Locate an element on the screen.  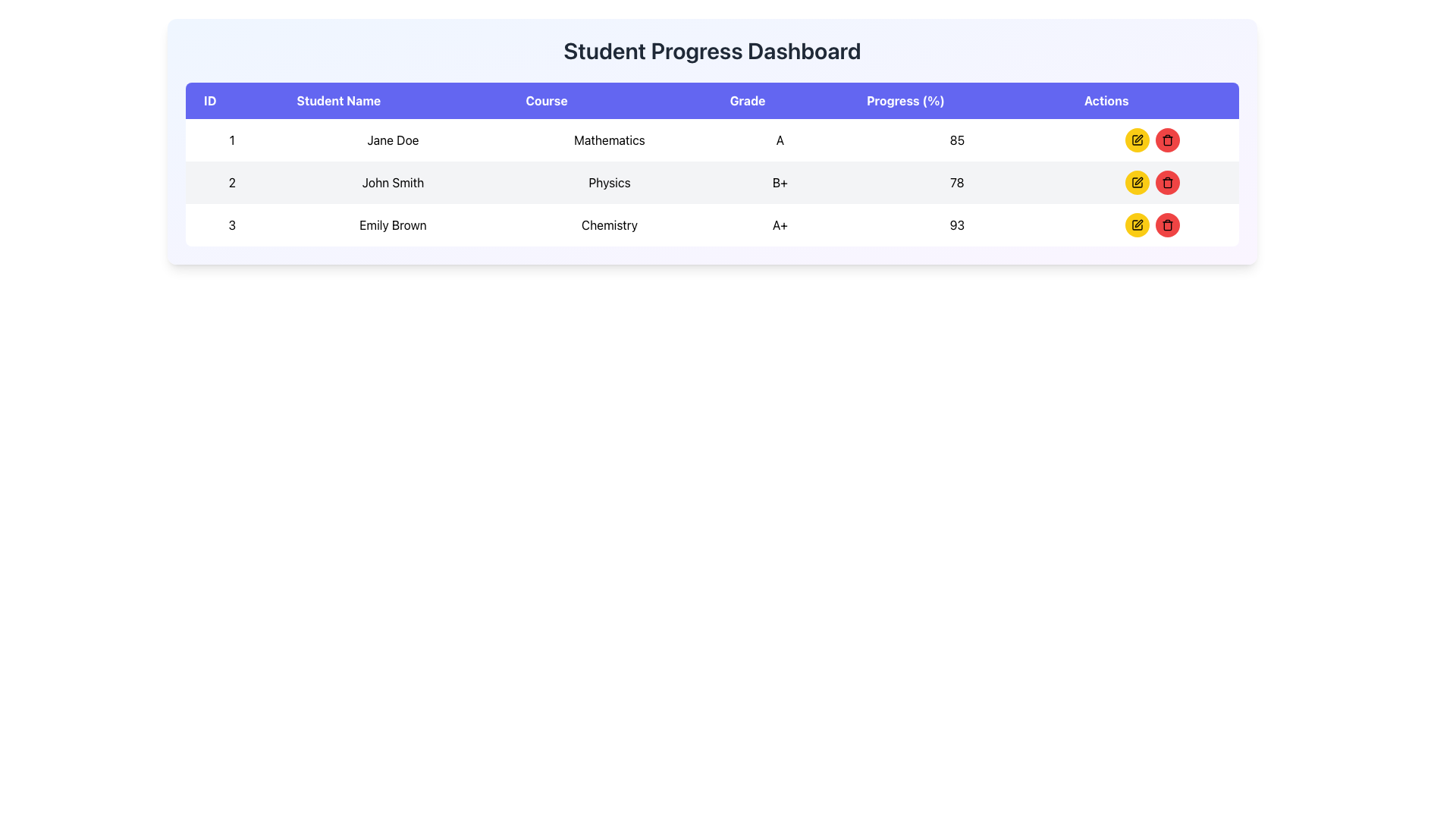
the circular yellow button with a pen icon in the 'Actions' column of the third row in the 'Student Progress Dashboard' is located at coordinates (1136, 225).